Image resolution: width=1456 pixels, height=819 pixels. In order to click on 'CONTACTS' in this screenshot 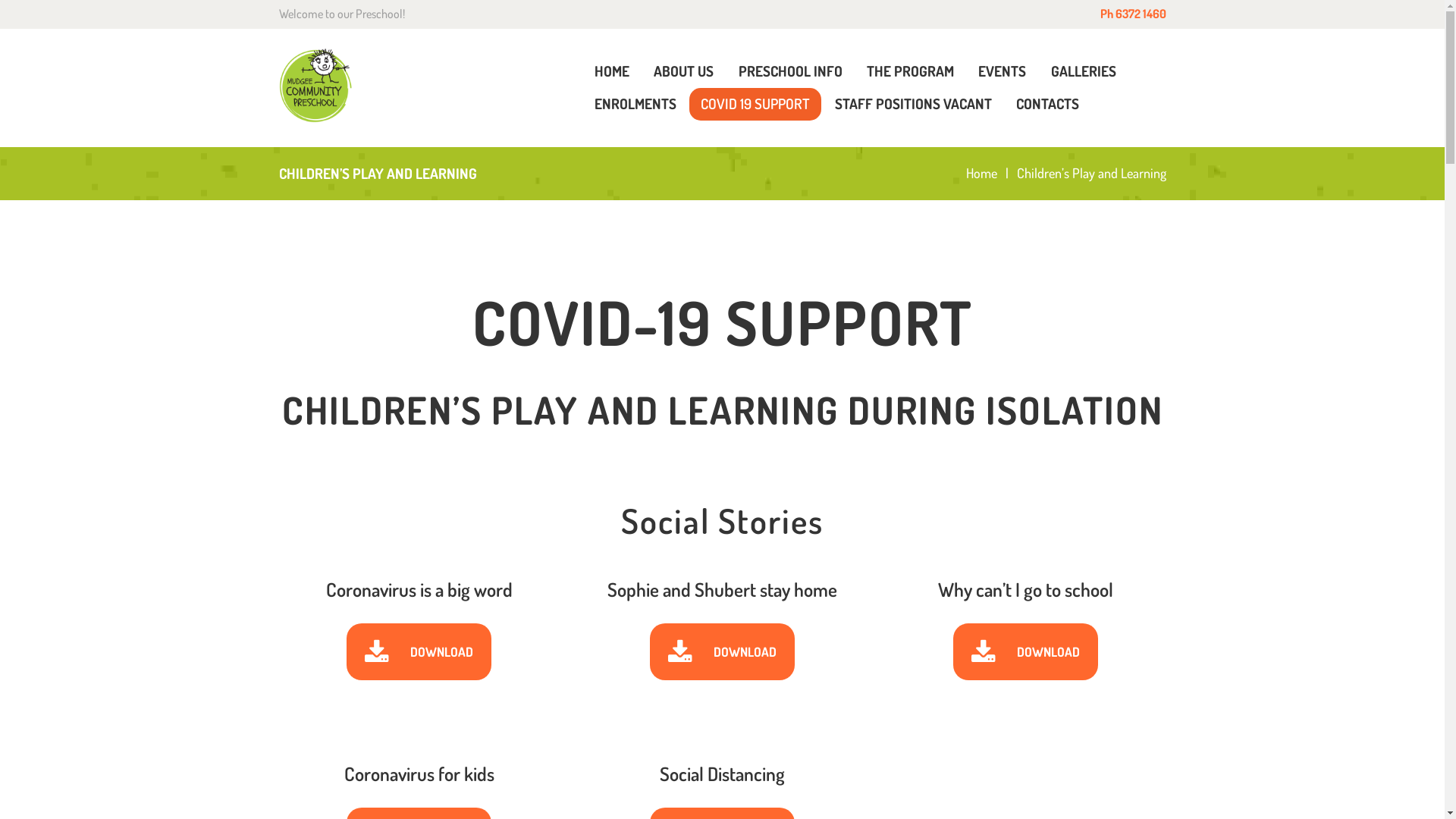, I will do `click(1004, 103)`.